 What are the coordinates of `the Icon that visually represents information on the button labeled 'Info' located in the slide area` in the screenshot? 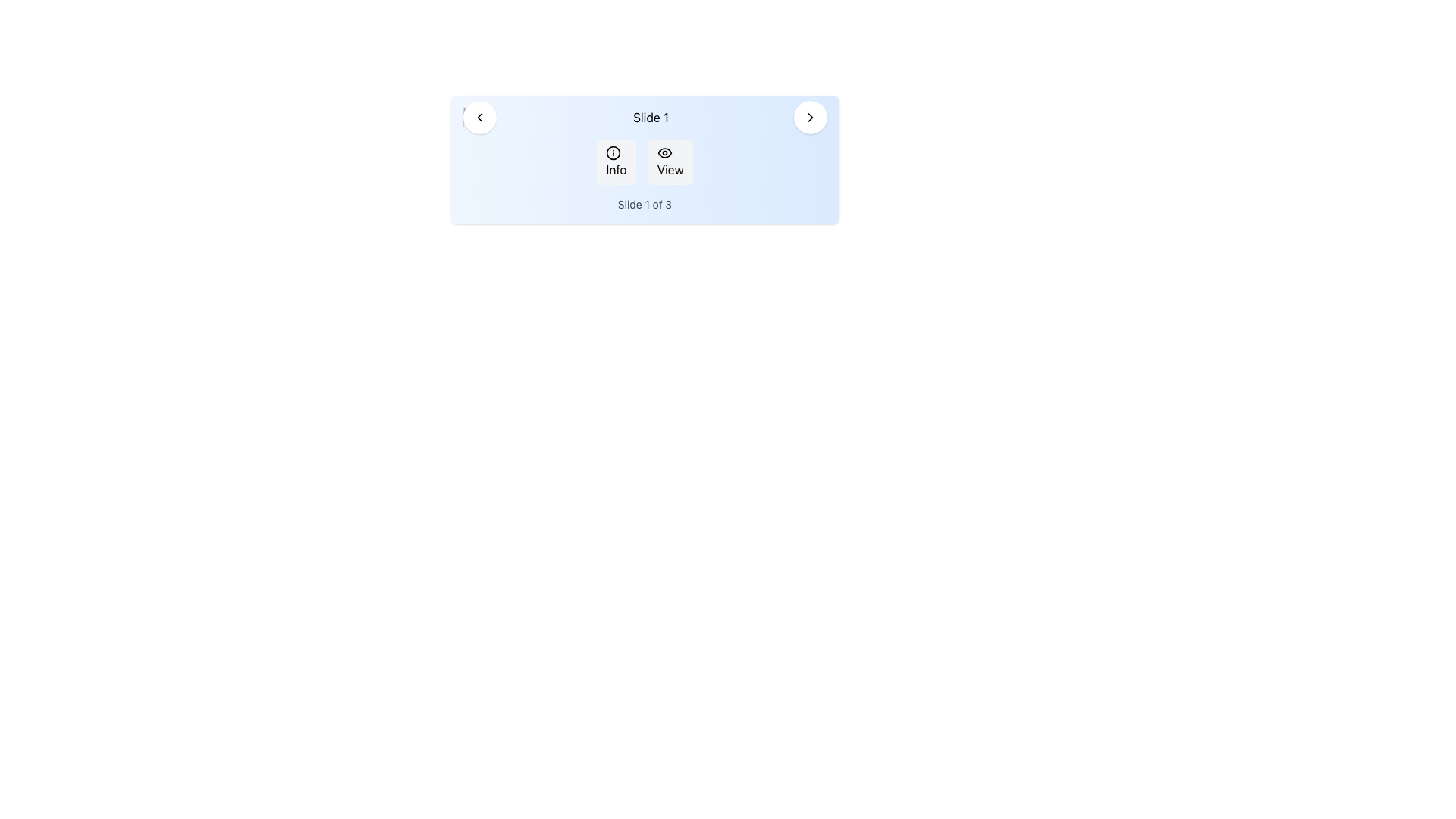 It's located at (613, 152).